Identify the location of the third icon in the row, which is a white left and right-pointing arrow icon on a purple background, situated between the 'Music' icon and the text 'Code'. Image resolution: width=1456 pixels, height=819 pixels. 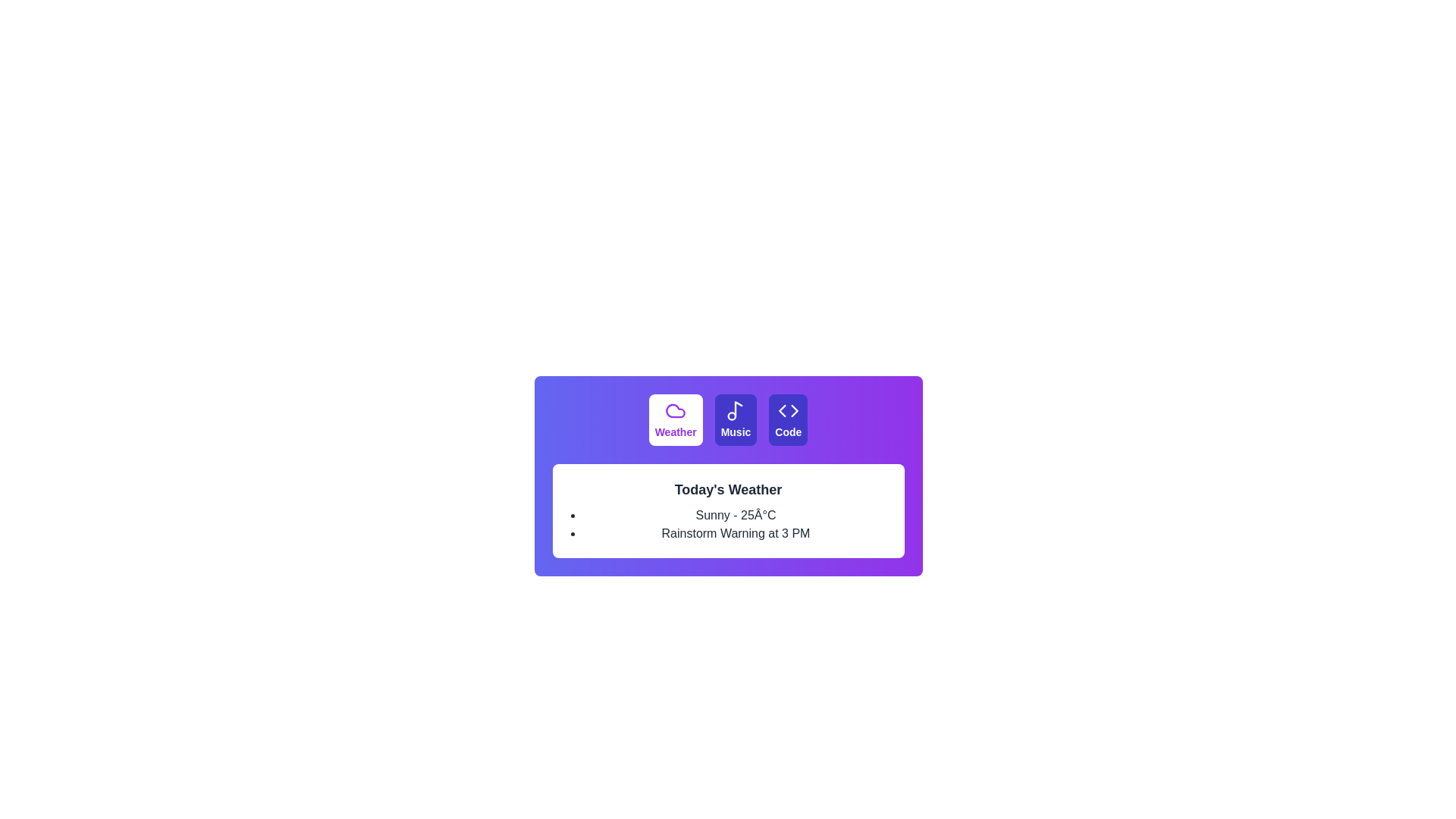
(788, 411).